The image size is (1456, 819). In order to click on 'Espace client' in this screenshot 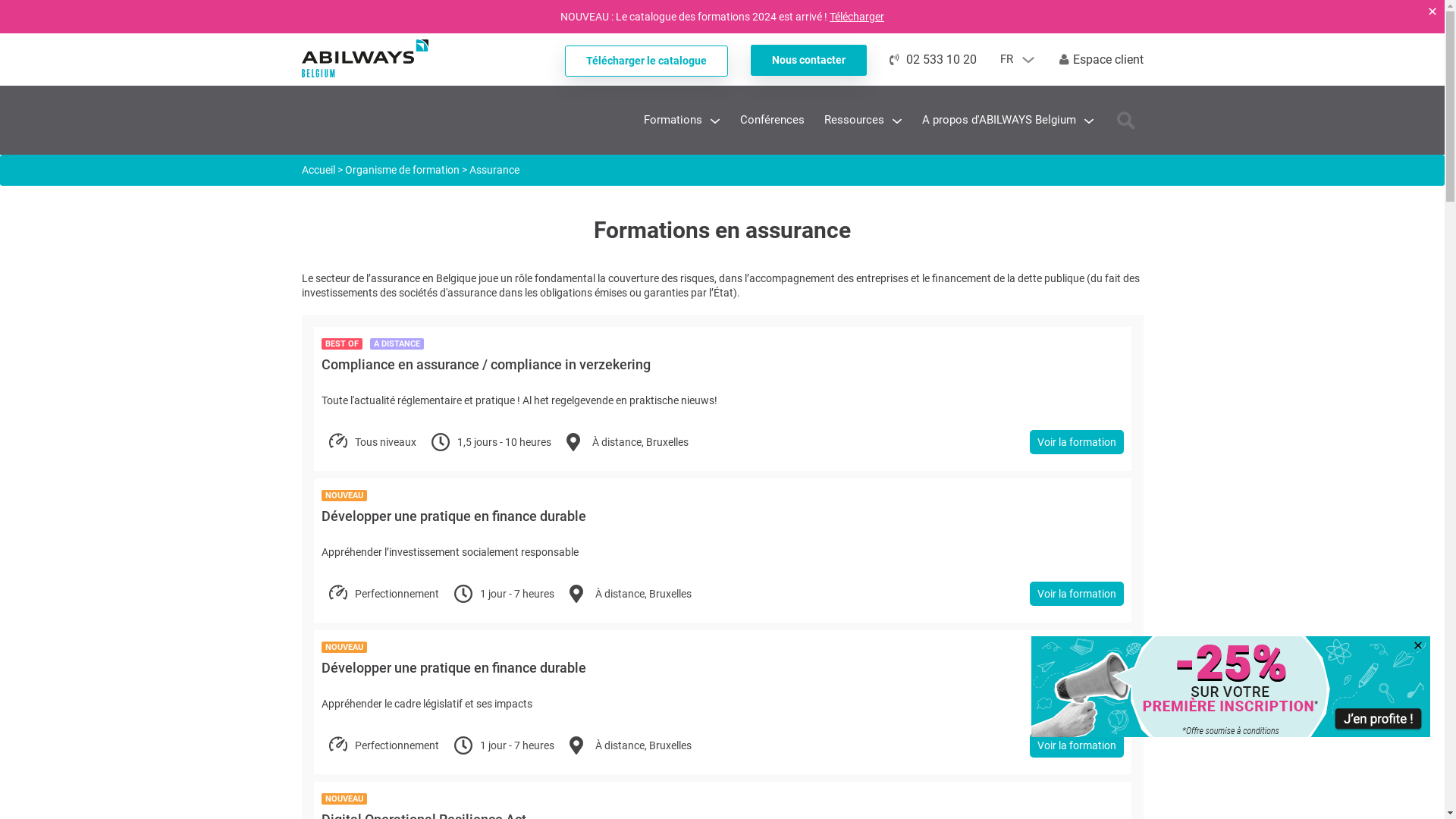, I will do `click(1100, 58)`.